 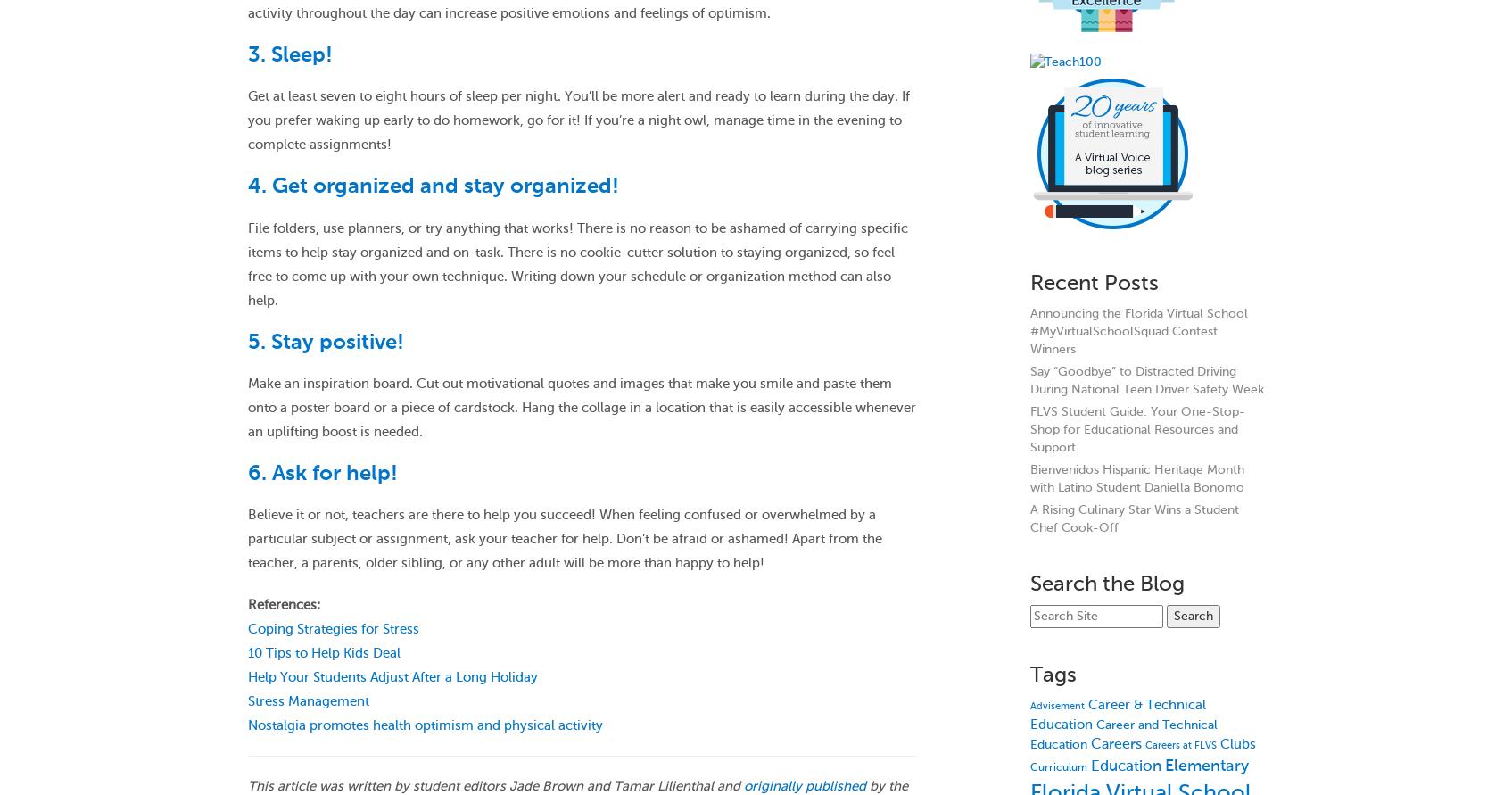 I want to click on 'Get at least seven to eight hours of sleep per night. You’ll be more alert and ready to learn during the day. If you prefer waking up early to do homework, go for it! If you’re a night owl, manage time in the evening to complete assignments!', so click(x=576, y=120).